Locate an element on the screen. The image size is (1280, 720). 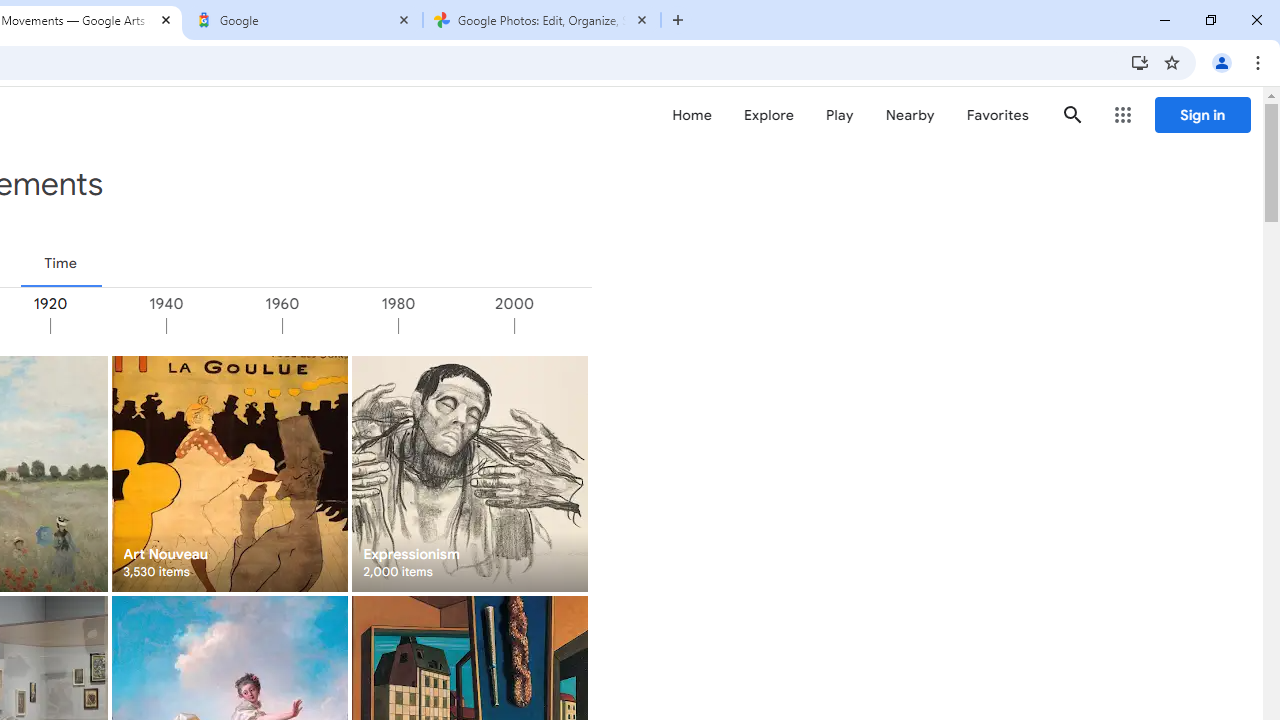
'2000' is located at coordinates (570, 325).